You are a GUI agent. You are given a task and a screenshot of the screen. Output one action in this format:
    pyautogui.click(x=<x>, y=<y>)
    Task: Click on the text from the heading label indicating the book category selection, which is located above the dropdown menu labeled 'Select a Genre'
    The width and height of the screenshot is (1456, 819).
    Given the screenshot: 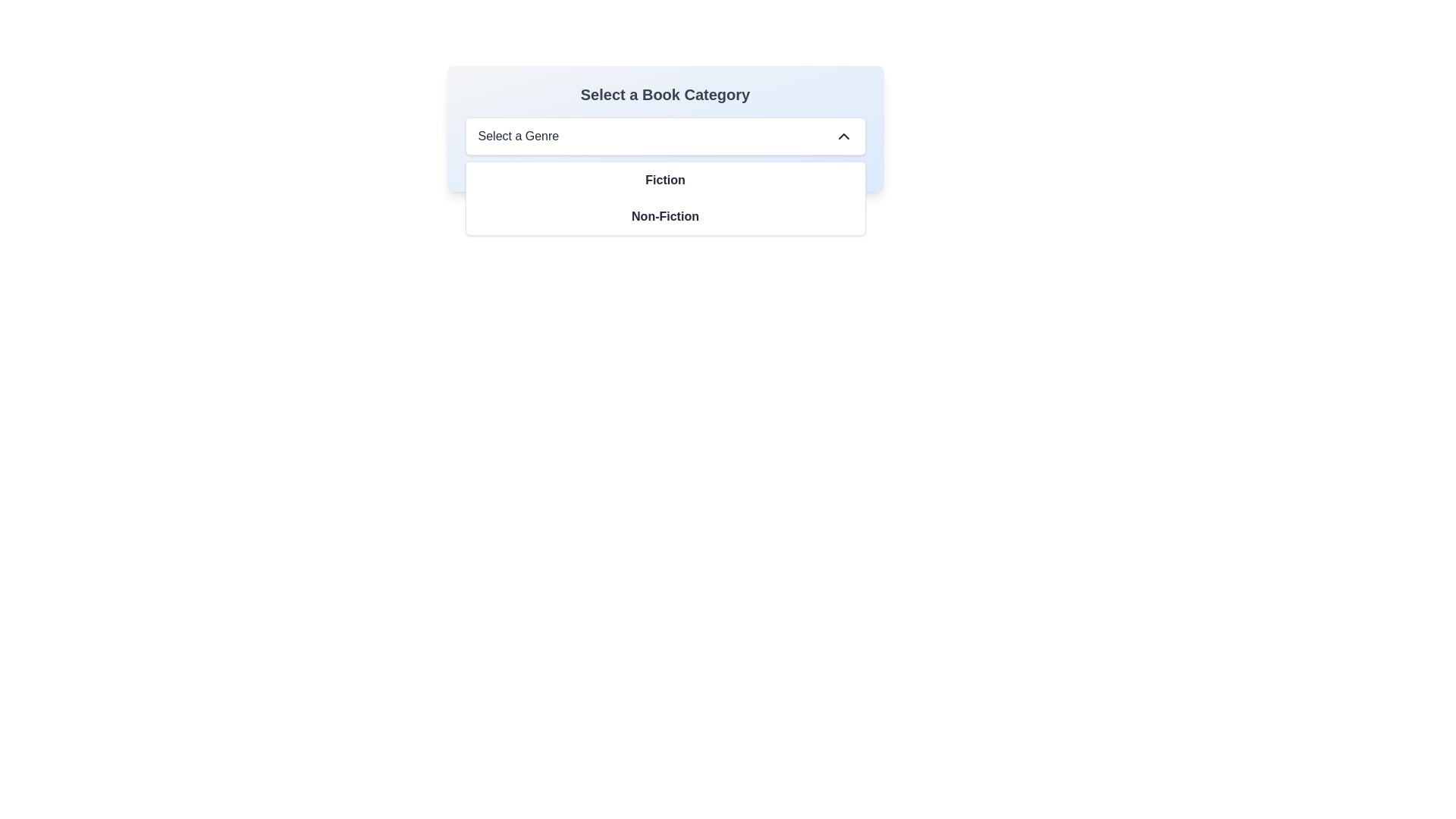 What is the action you would take?
    pyautogui.click(x=665, y=94)
    